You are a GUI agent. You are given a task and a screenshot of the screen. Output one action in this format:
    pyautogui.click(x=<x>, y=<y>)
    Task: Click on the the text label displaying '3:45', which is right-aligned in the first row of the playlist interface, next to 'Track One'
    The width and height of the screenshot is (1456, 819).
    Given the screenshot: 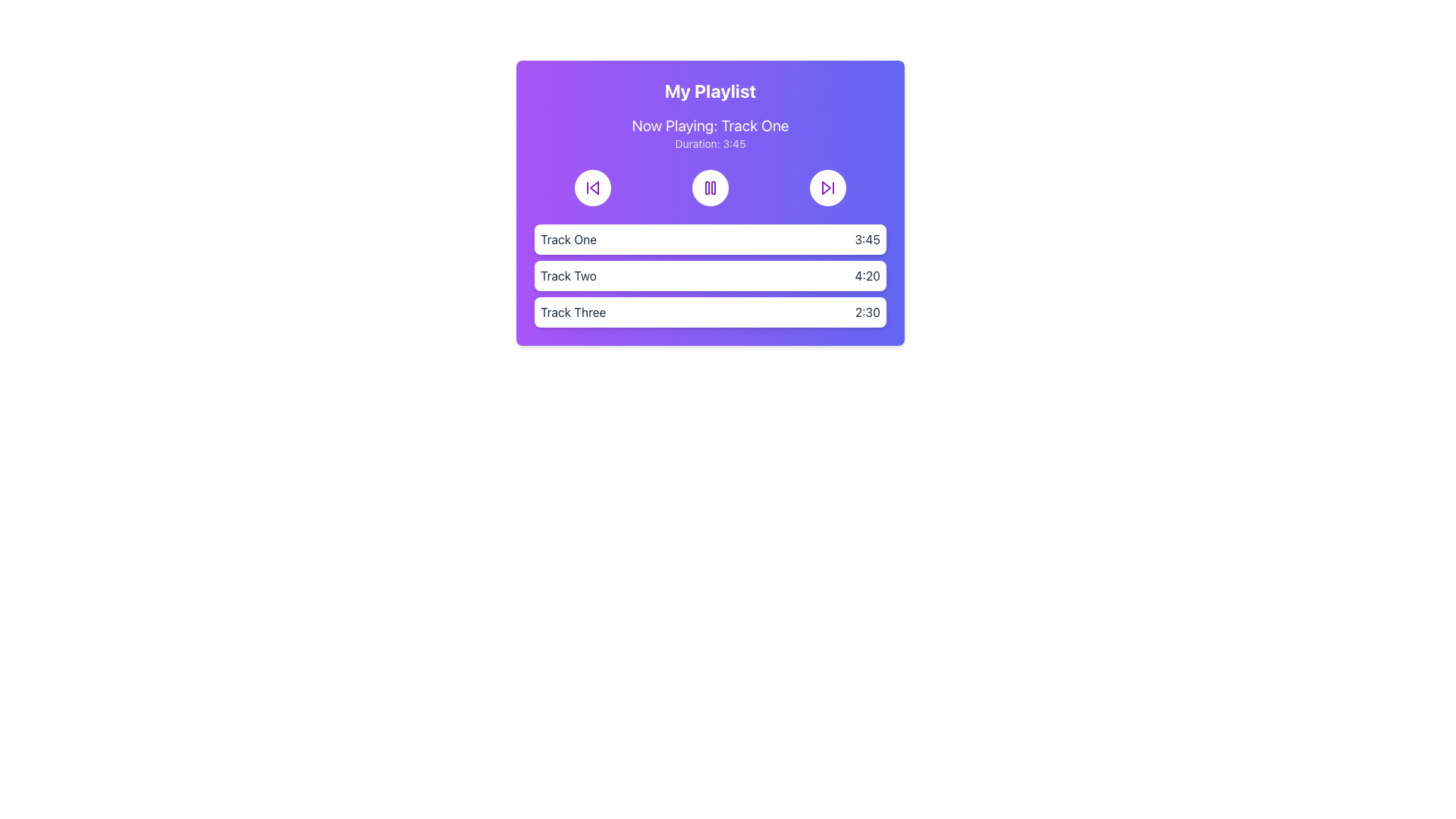 What is the action you would take?
    pyautogui.click(x=868, y=239)
    